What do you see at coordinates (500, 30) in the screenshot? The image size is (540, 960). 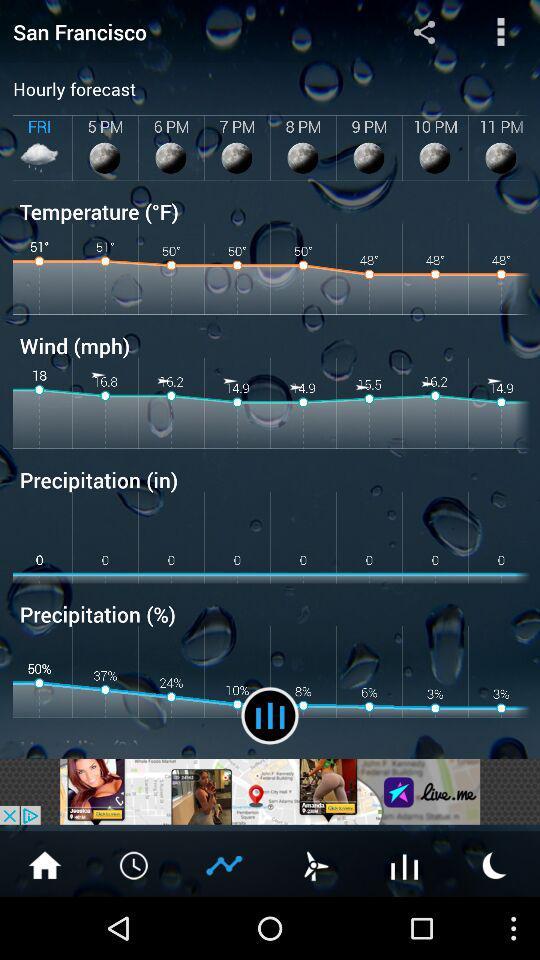 I see `the item above the hourly forecast icon` at bounding box center [500, 30].